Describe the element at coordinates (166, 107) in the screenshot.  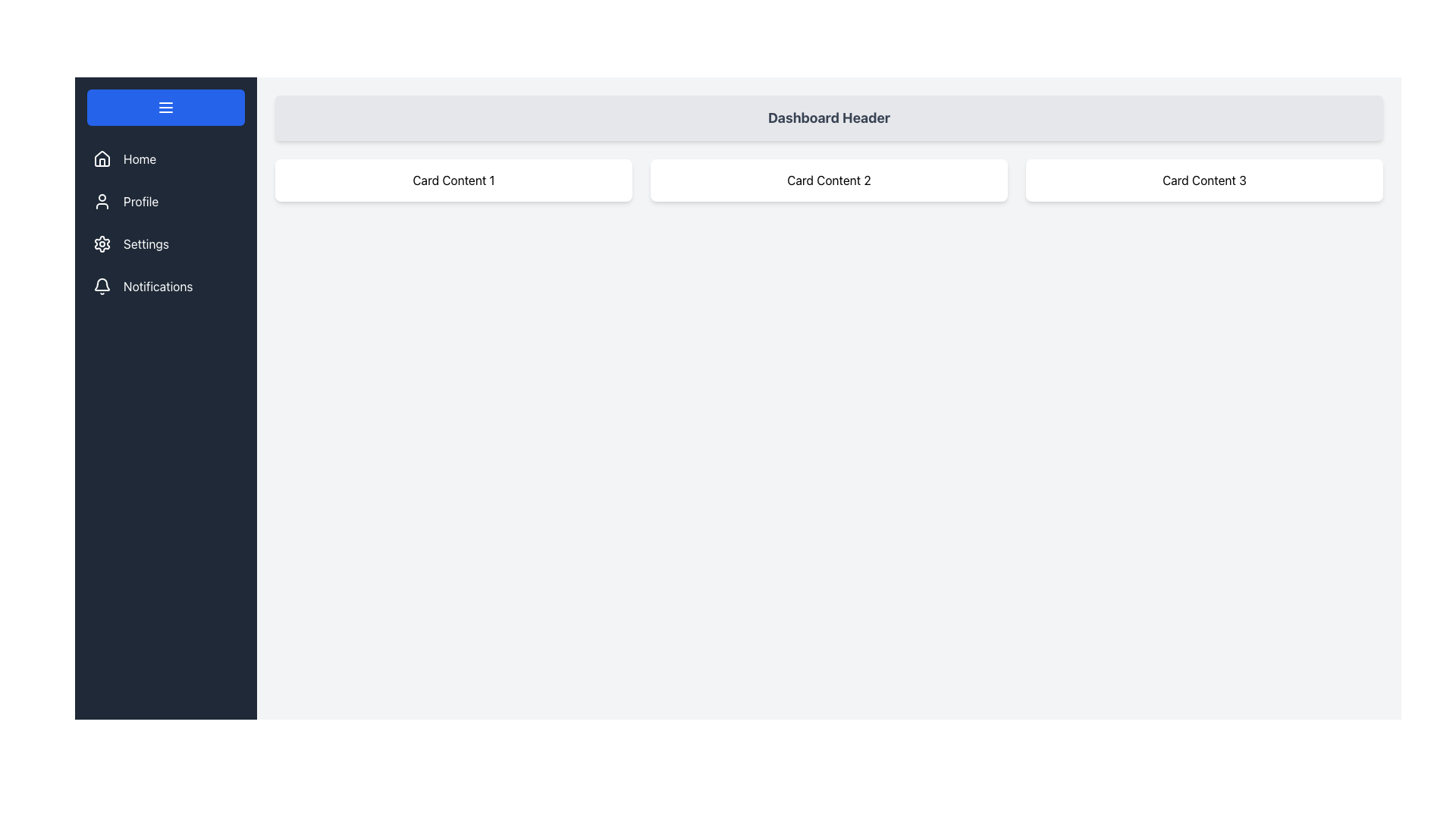
I see `the toggle button for the sidebar located at the top of the vertical sidebar on the left side of the interface` at that location.